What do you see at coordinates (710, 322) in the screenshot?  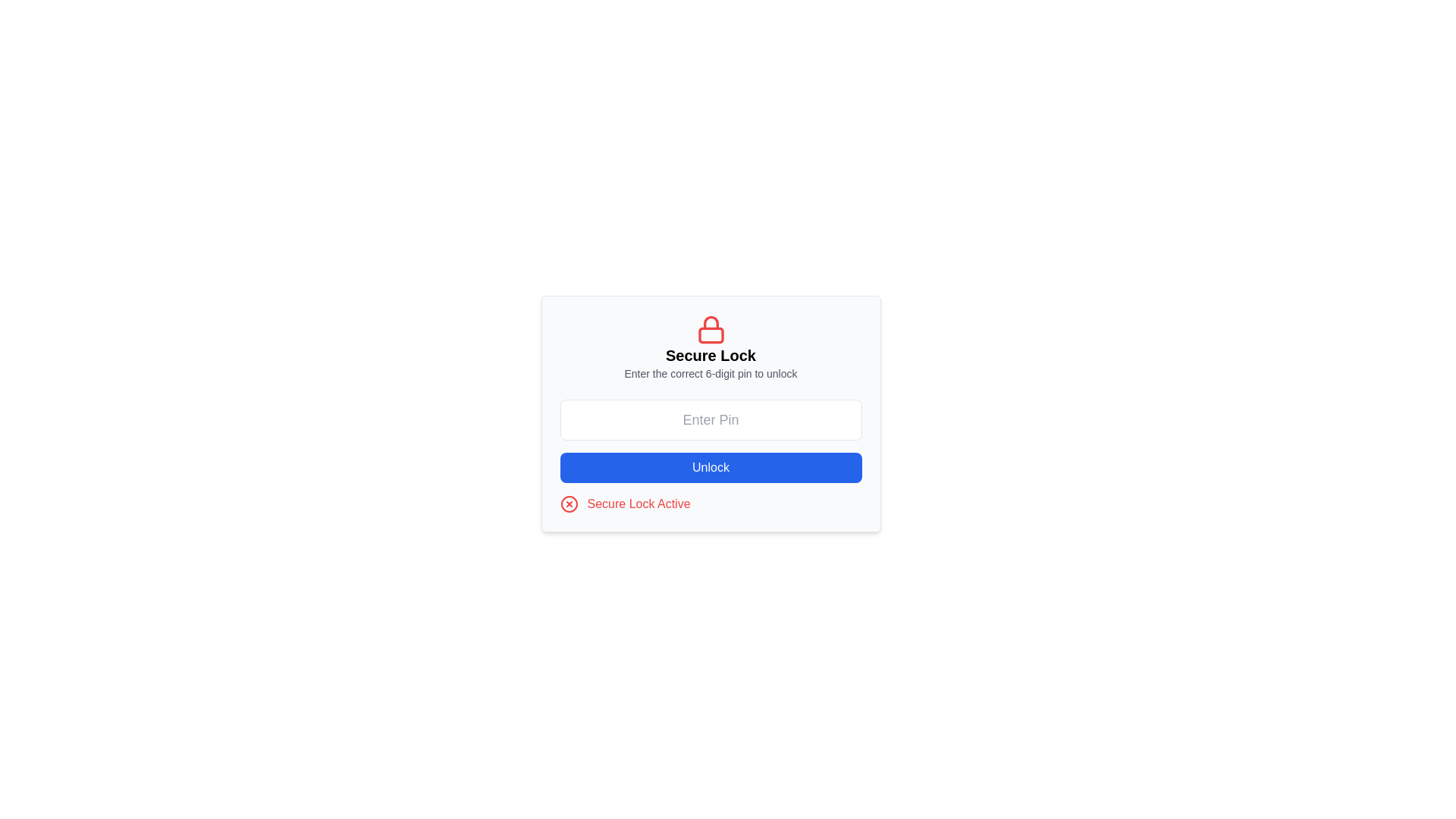 I see `the upper part of the lock icon, which represents the shackle and signifies security or restricted access, located at the top center of the dialog box` at bounding box center [710, 322].